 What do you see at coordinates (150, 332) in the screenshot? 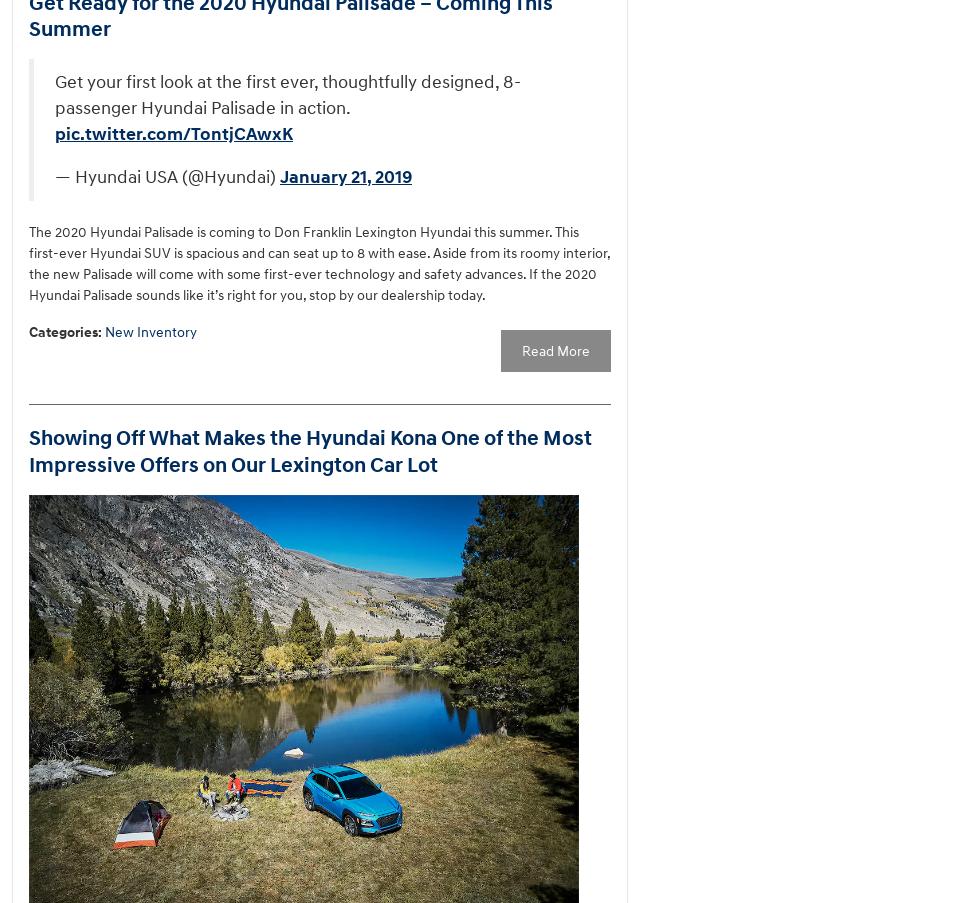
I see `'New Inventory'` at bounding box center [150, 332].